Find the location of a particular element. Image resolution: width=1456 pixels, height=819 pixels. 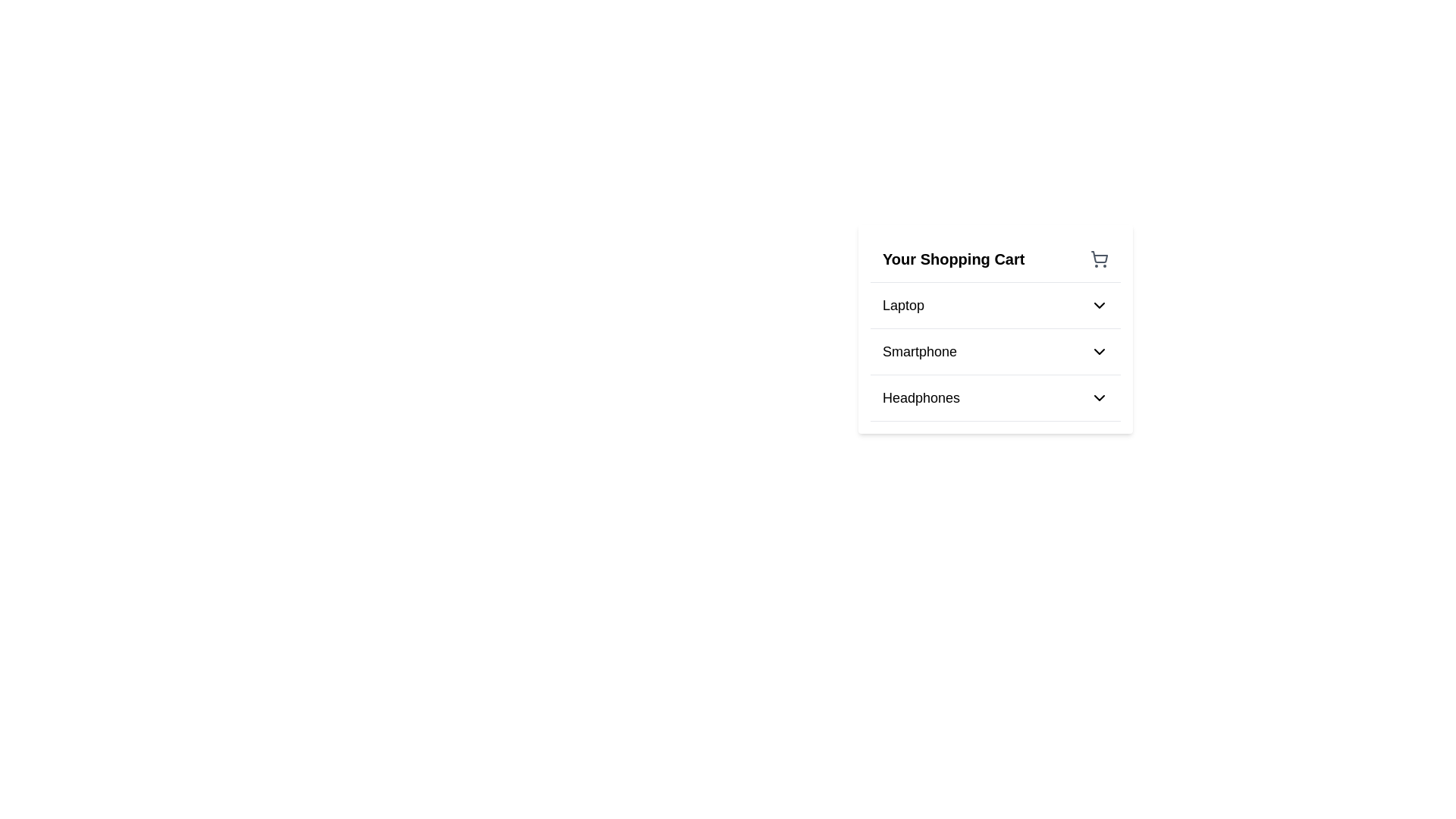

to select or expand the third item in the shopping cart labeled 'Headphones', located in the bottom-right of the interface is located at coordinates (996, 397).